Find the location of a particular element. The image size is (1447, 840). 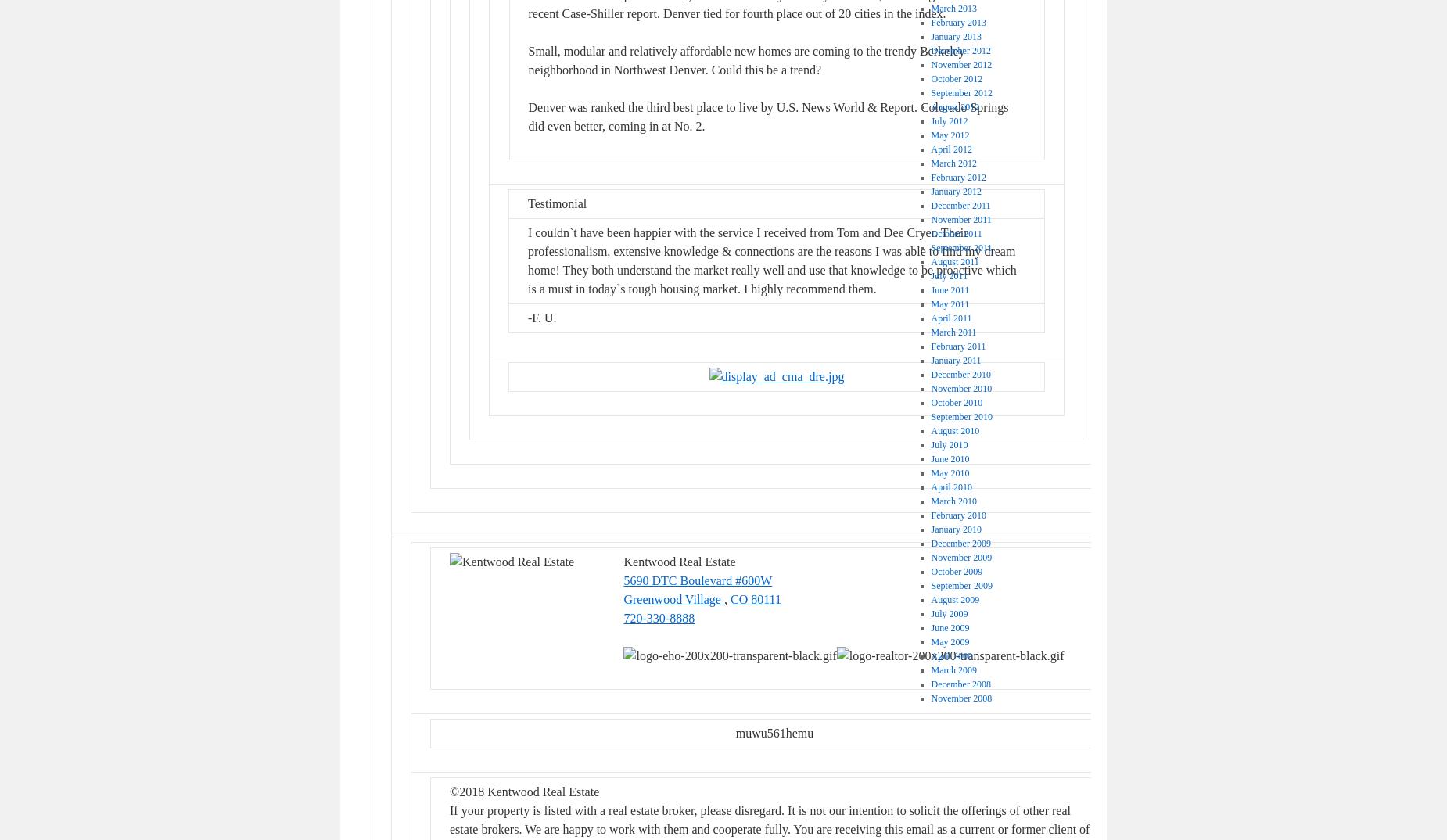

'May 2010' is located at coordinates (949, 472).